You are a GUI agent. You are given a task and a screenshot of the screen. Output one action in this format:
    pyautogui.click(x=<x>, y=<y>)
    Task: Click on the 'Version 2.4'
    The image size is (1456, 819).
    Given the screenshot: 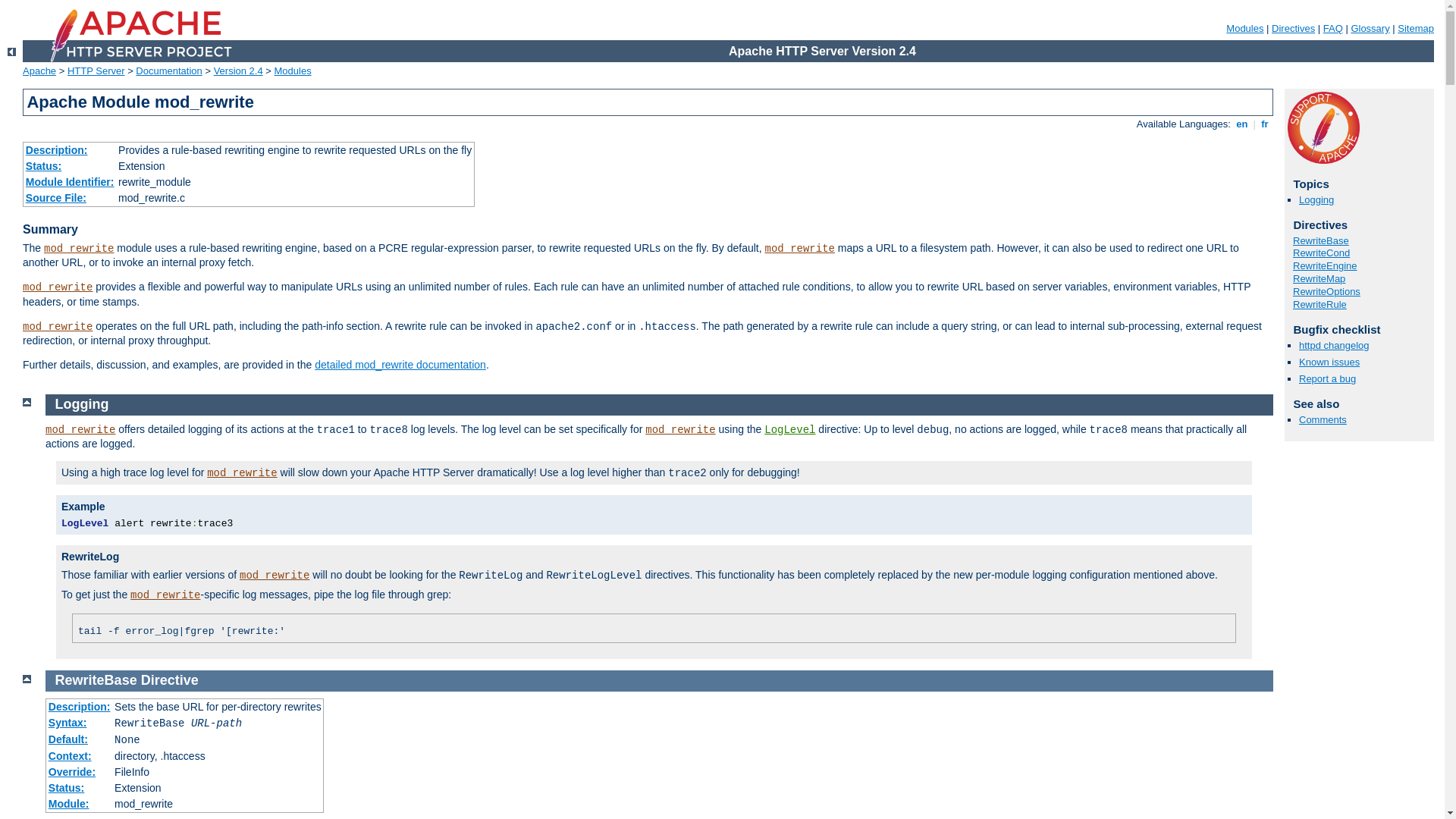 What is the action you would take?
    pyautogui.click(x=237, y=71)
    